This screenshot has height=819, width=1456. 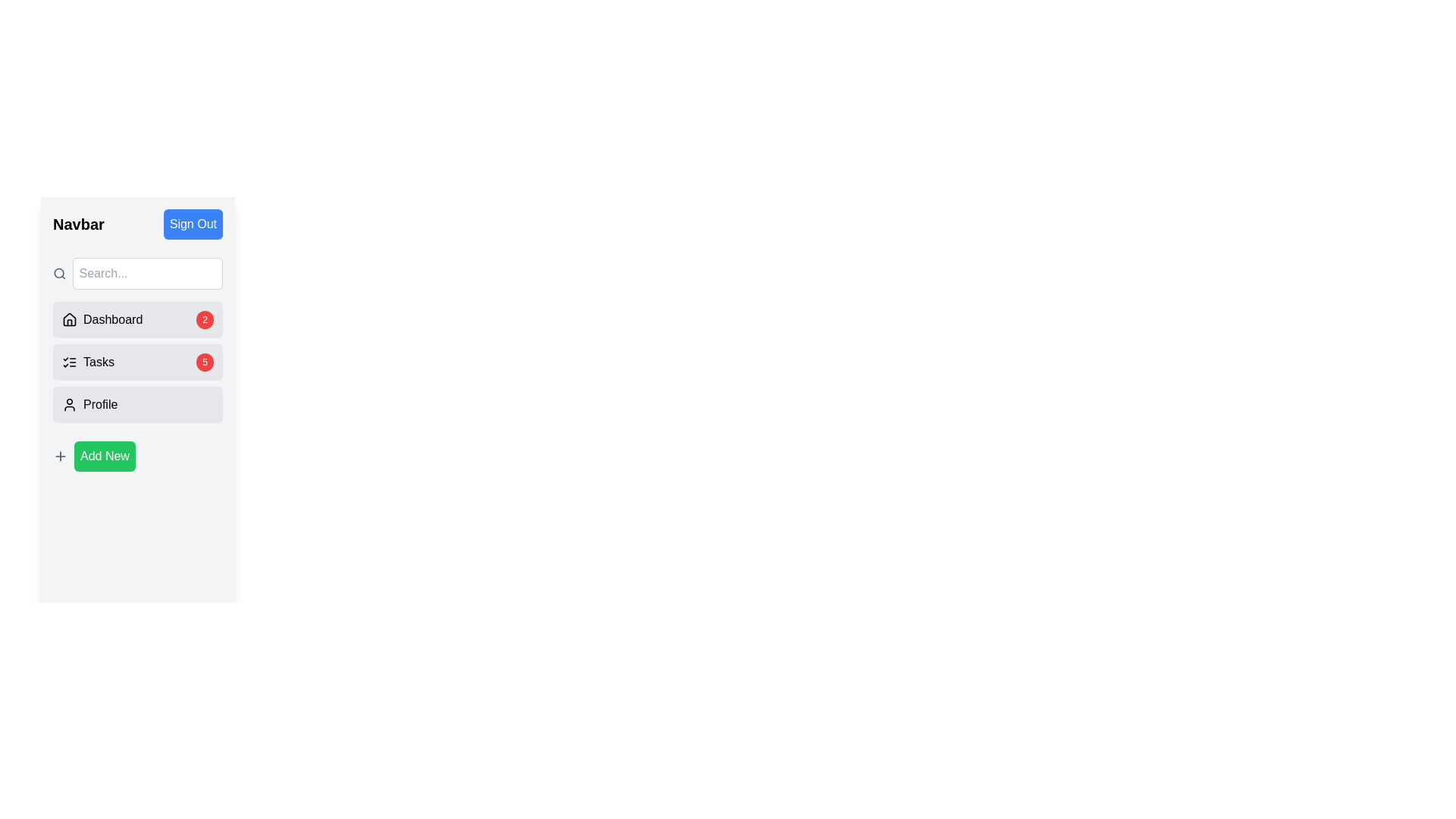 I want to click on the button located at the bottom of the vertical navigation panel, so click(x=138, y=455).